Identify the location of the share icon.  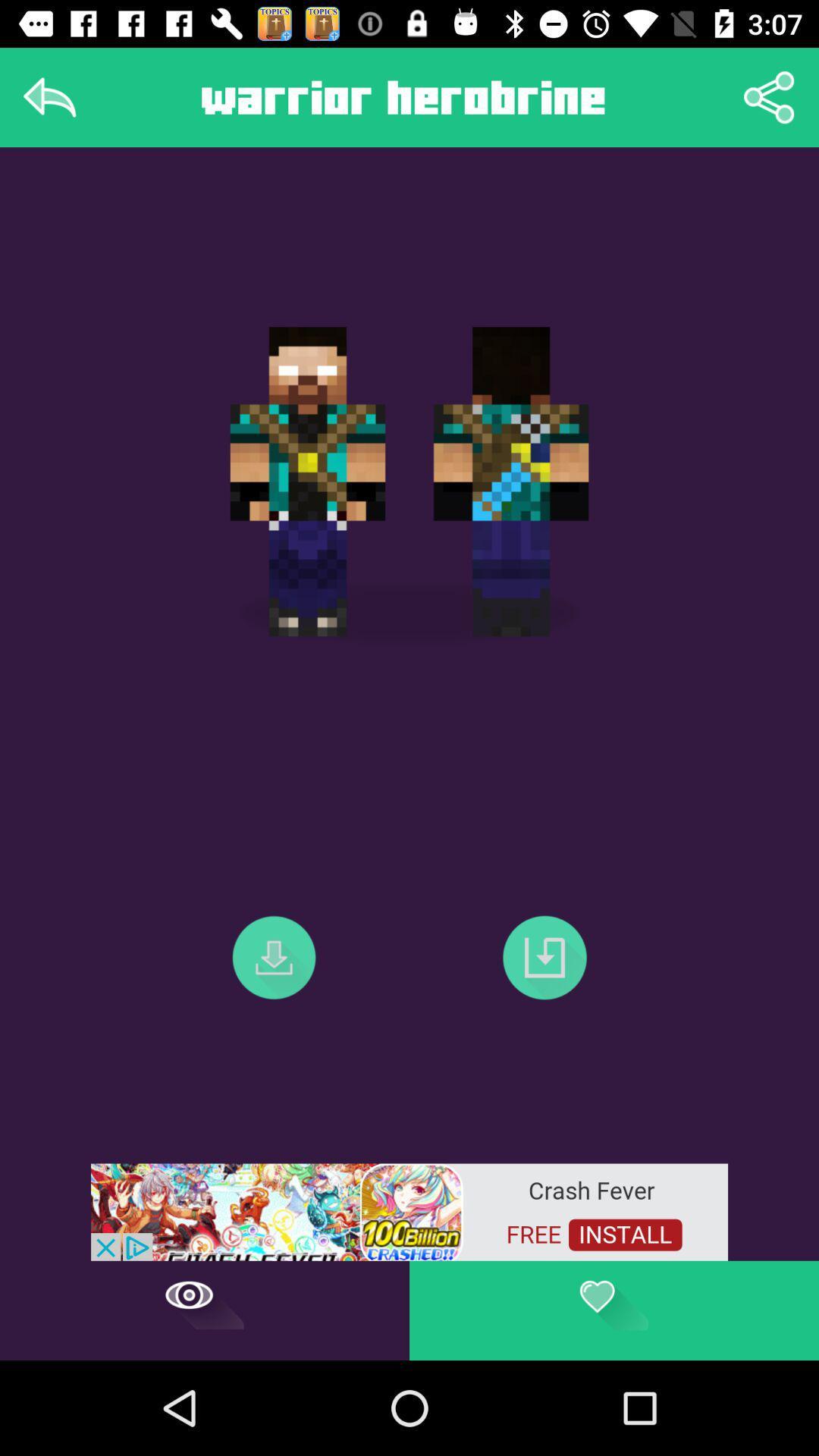
(769, 96).